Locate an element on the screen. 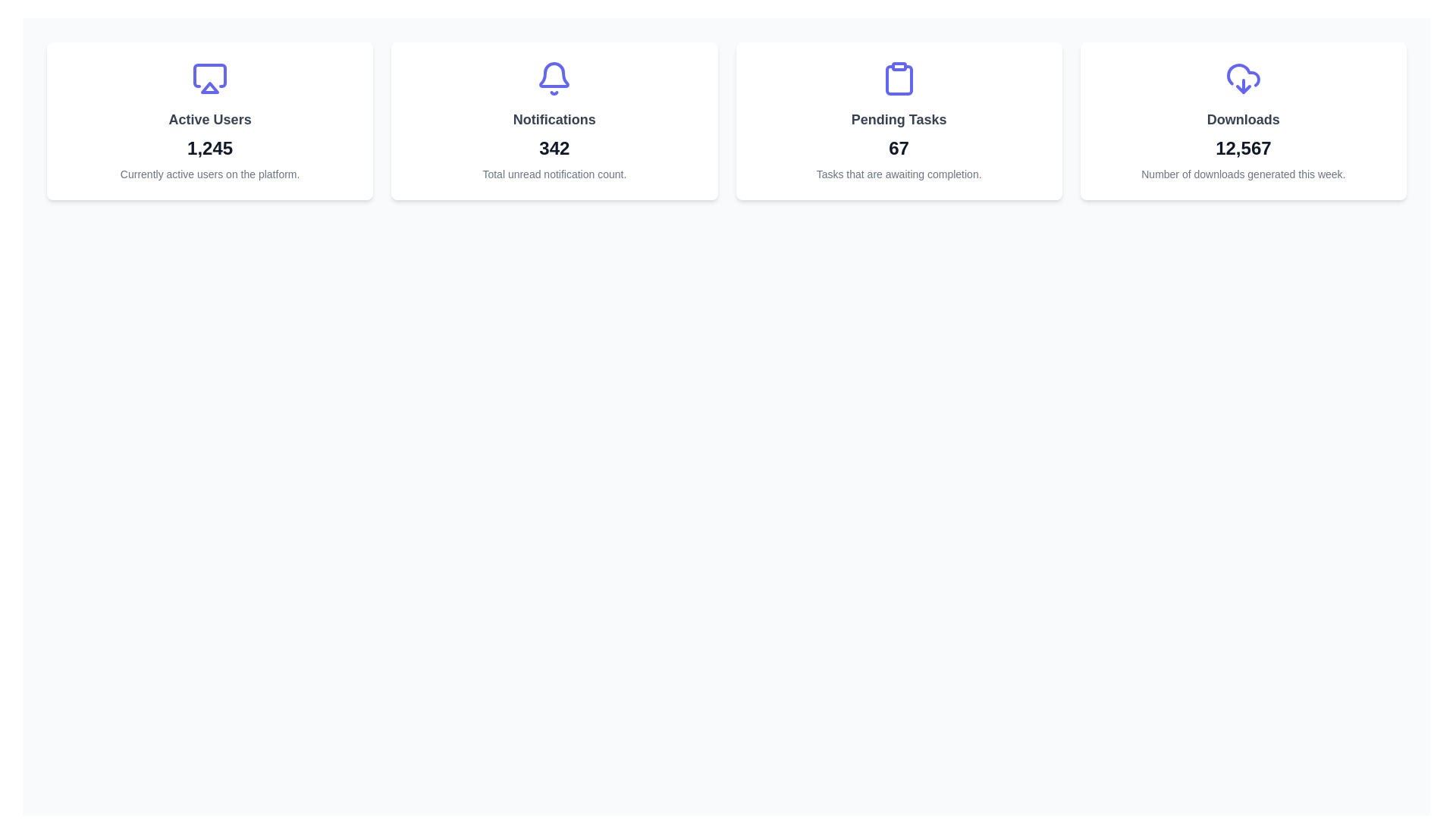 The width and height of the screenshot is (1456, 819). the small rectangular shape with rounded corners located at the top of the clipboard icon in the 'Pending Tasks' card is located at coordinates (899, 66).